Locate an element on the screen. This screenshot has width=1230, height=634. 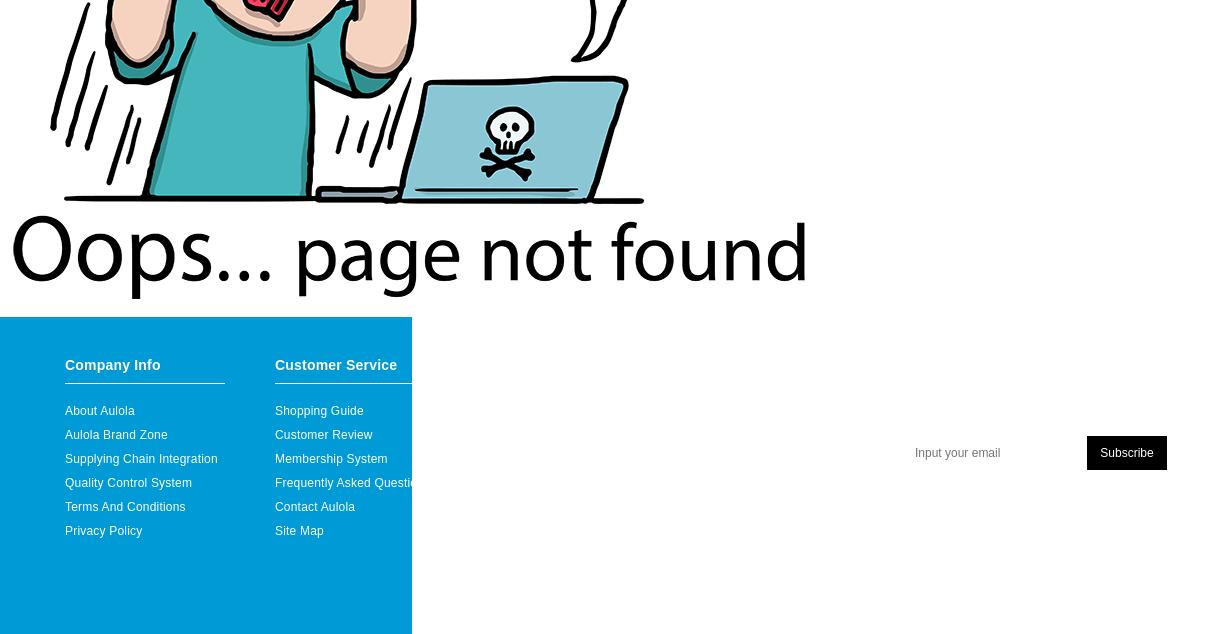
'Specials Order' is located at coordinates (736, 459).